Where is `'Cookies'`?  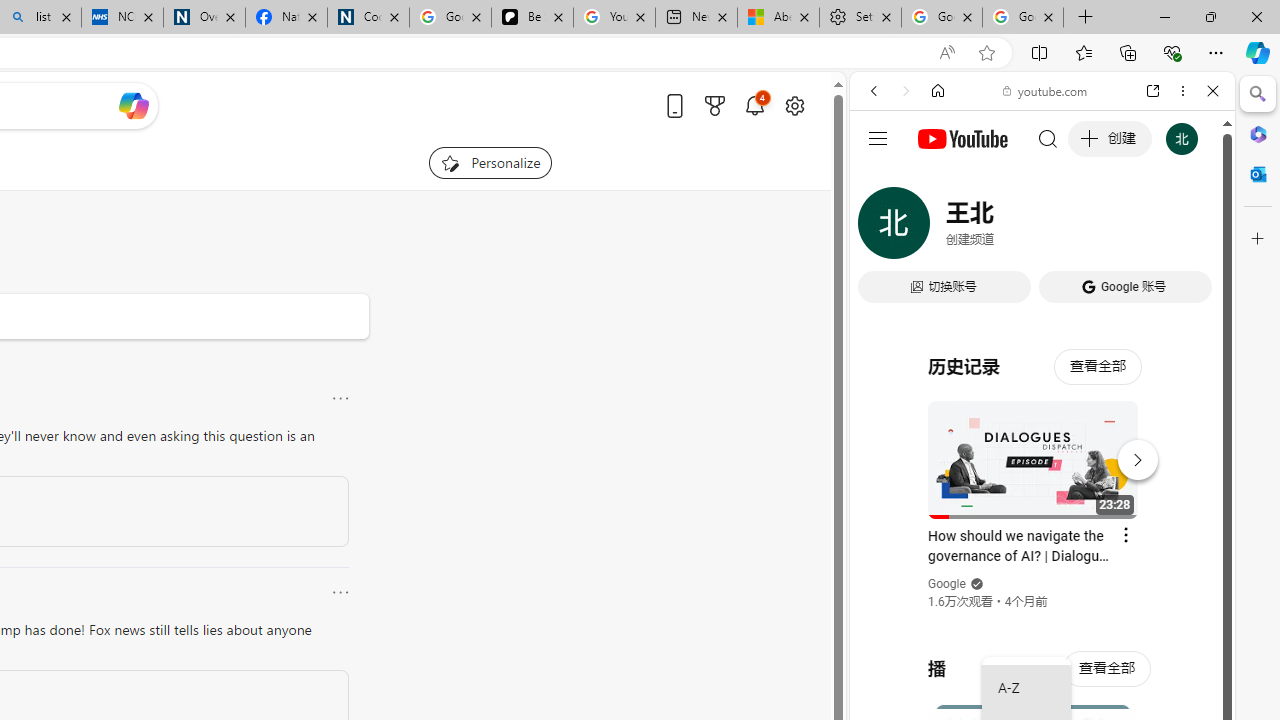 'Cookies' is located at coordinates (368, 17).